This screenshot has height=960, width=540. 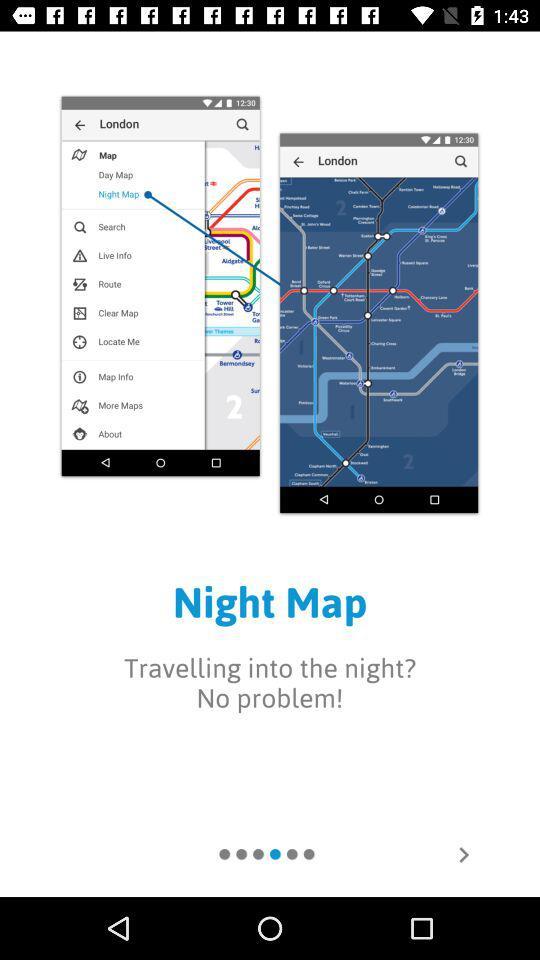 I want to click on move to next page, so click(x=463, y=853).